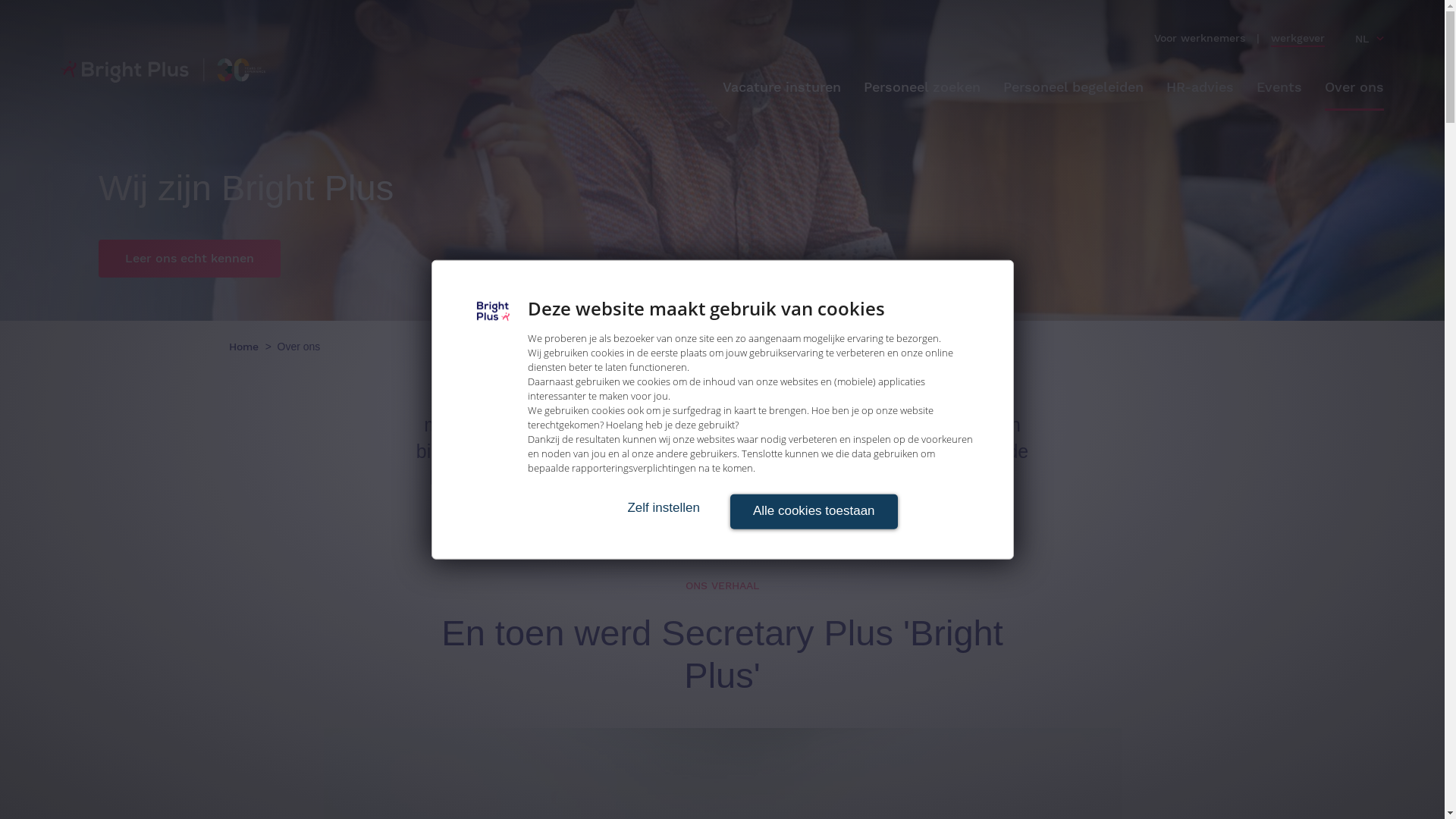  What do you see at coordinates (1199, 87) in the screenshot?
I see `'HR-advies'` at bounding box center [1199, 87].